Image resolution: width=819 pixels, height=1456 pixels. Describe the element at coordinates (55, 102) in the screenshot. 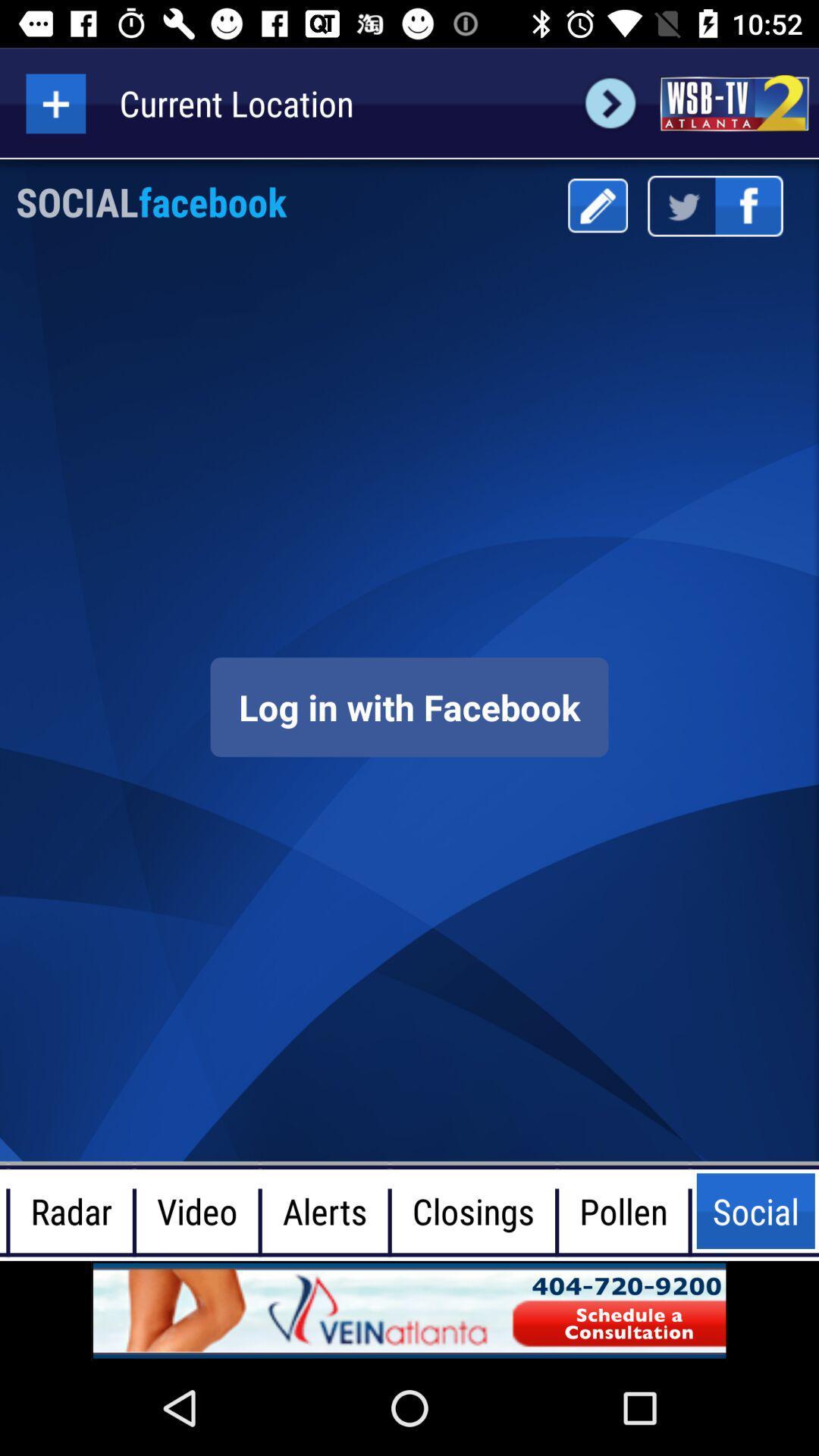

I see `the add icon` at that location.